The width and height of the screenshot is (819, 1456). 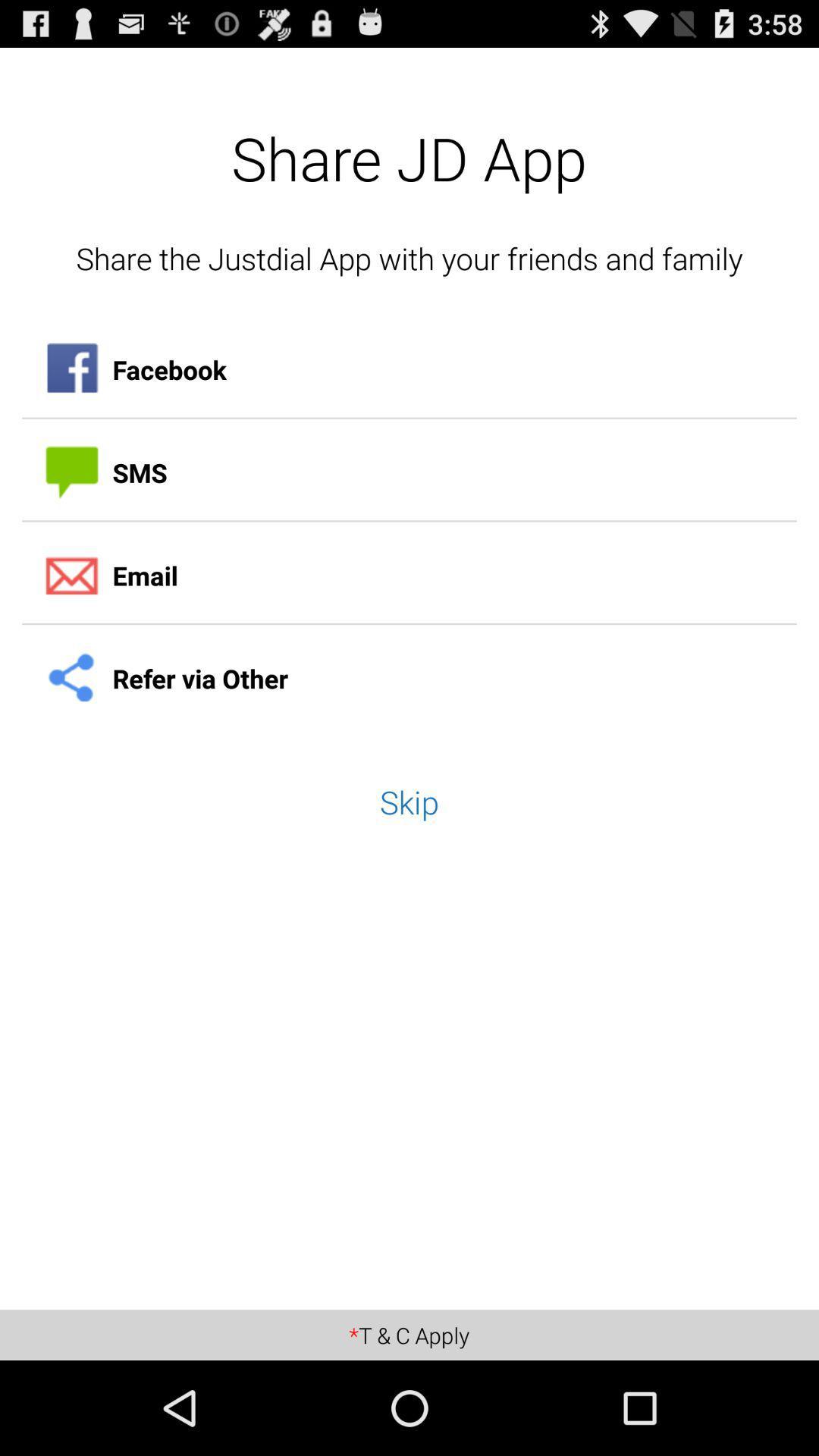 What do you see at coordinates (409, 801) in the screenshot?
I see `the icon below refer via other icon` at bounding box center [409, 801].